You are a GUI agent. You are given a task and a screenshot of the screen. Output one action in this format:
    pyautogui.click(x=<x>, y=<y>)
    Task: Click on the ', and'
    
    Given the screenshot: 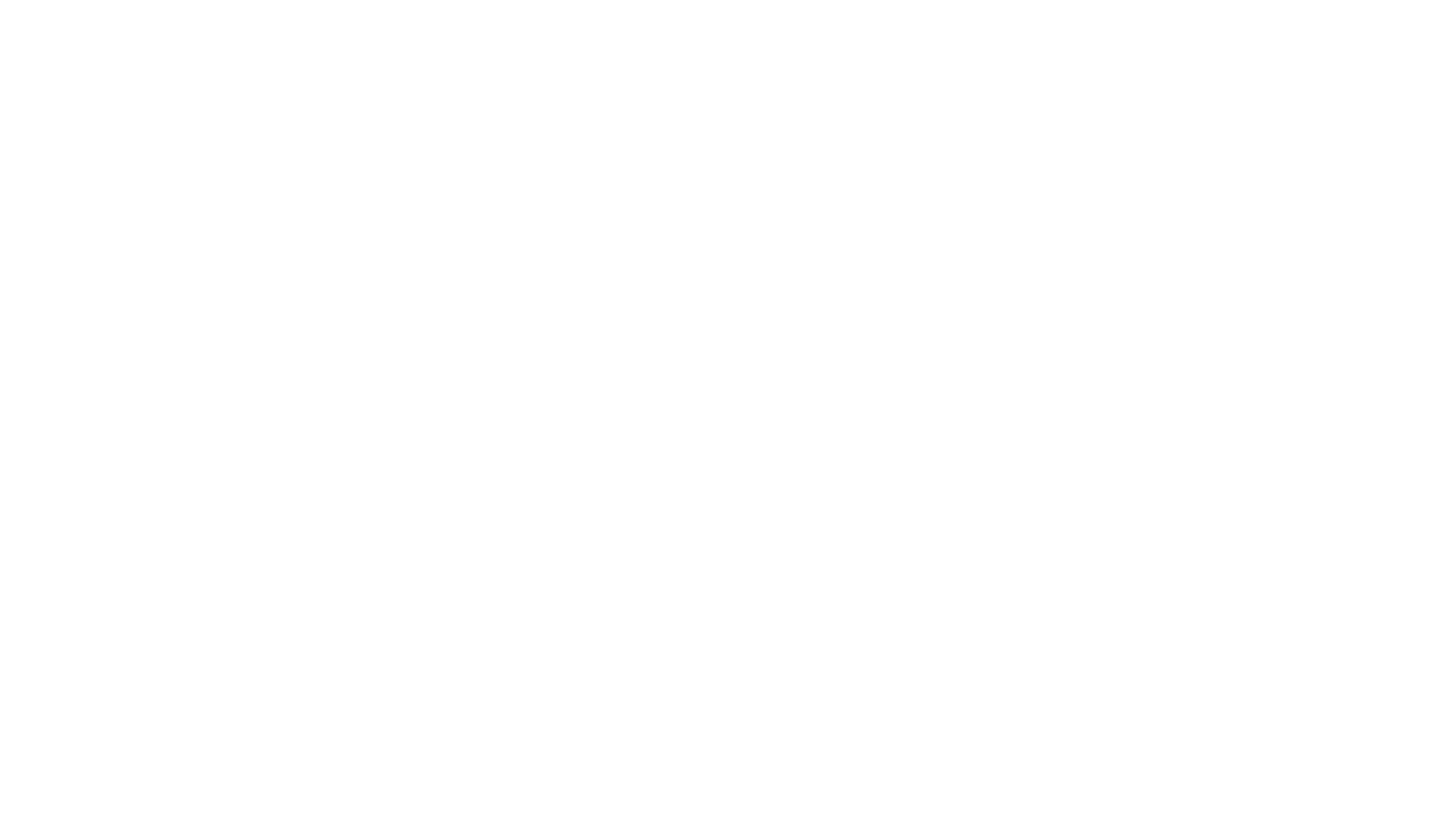 What is the action you would take?
    pyautogui.click(x=356, y=34)
    